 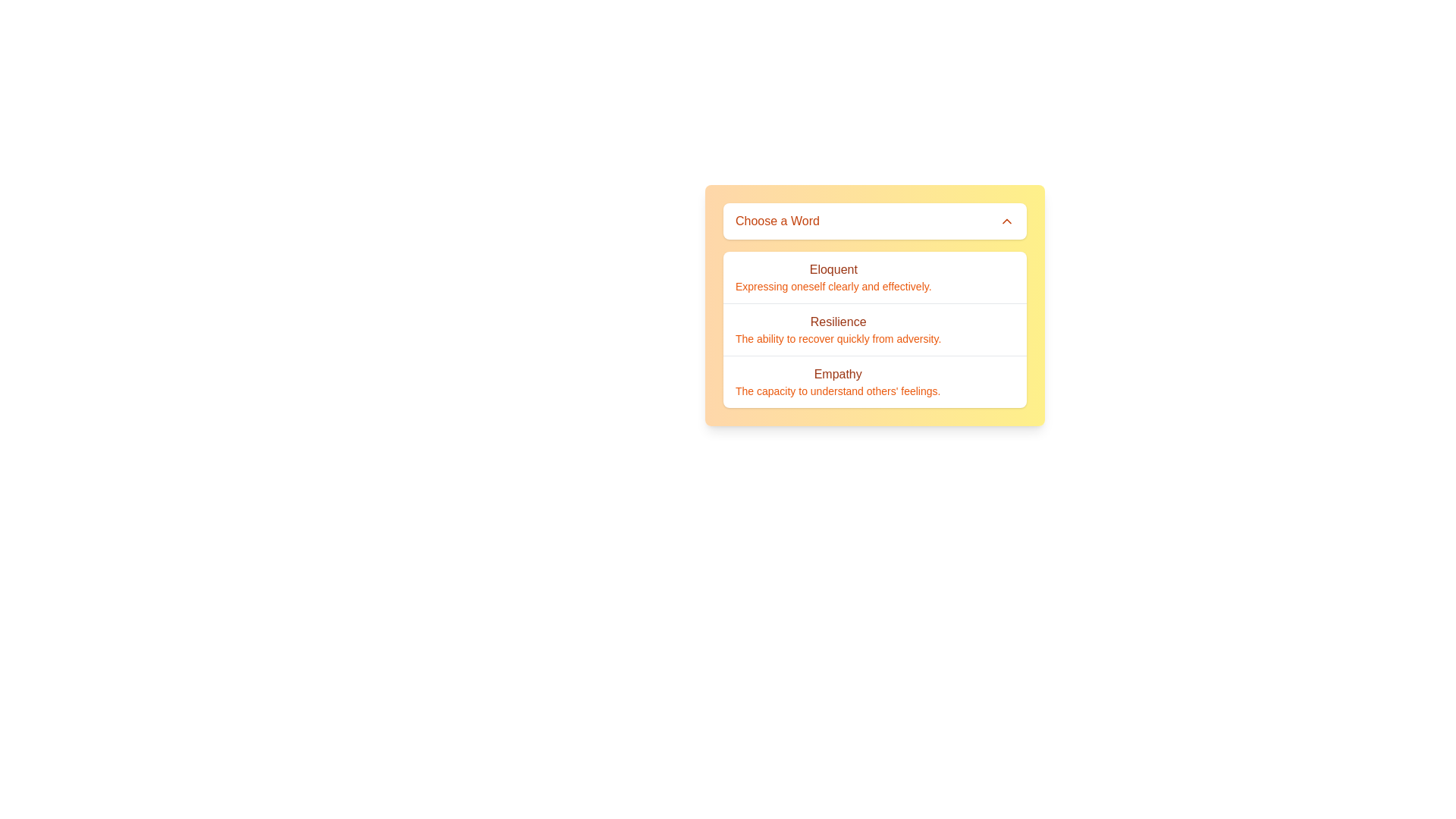 What do you see at coordinates (833, 278) in the screenshot?
I see `the first text item in the dropdown list titled 'Eloquent', which expresses the description 'Expressing oneself clearly and effectively.'` at bounding box center [833, 278].